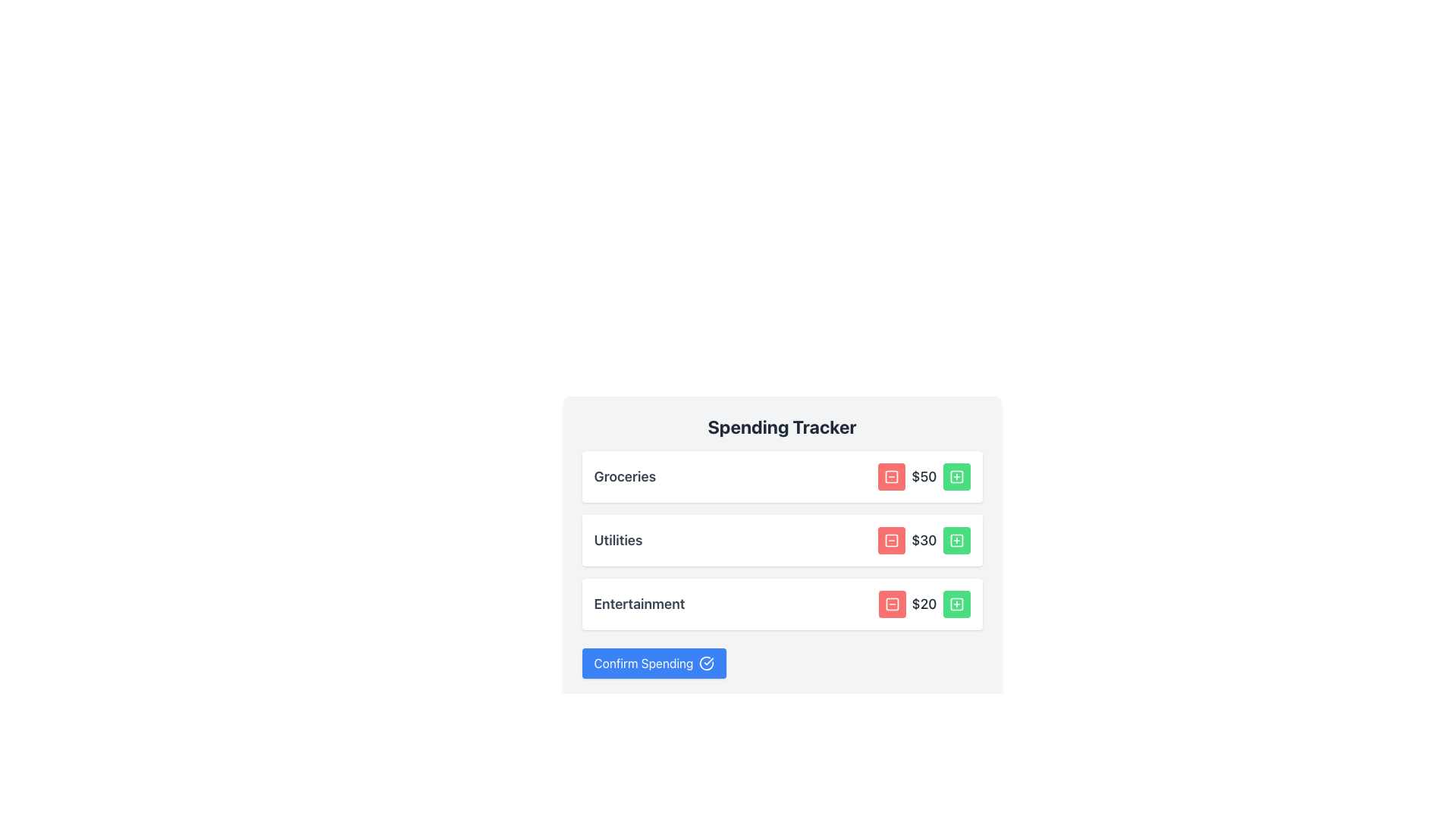  What do you see at coordinates (924, 604) in the screenshot?
I see `value displayed in the text label showing '$20', which is centrally located in the third row of the Spending Tracker, positioned to the right of the 'Entertainment' row label` at bounding box center [924, 604].